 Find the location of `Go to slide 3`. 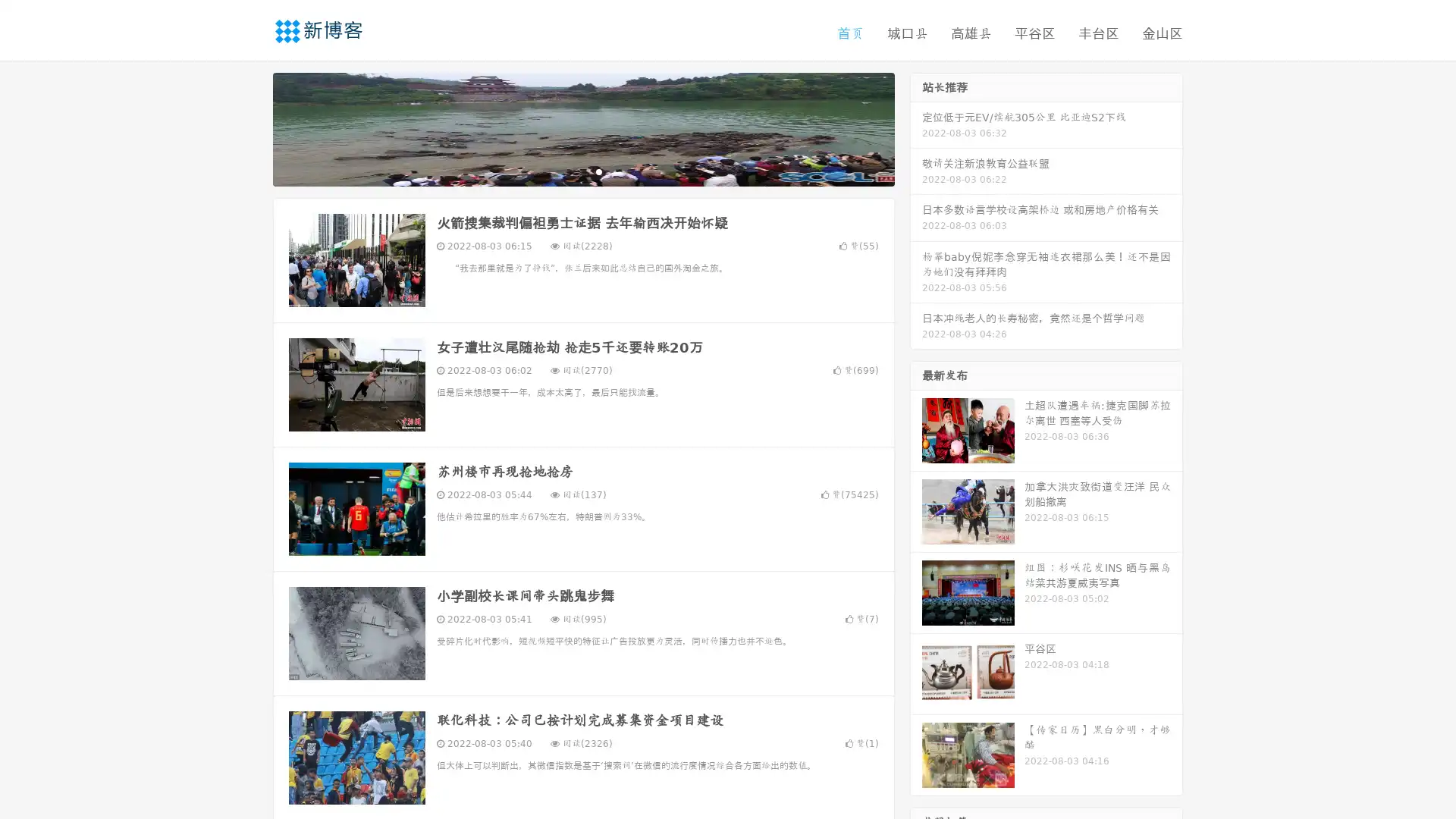

Go to slide 3 is located at coordinates (598, 171).